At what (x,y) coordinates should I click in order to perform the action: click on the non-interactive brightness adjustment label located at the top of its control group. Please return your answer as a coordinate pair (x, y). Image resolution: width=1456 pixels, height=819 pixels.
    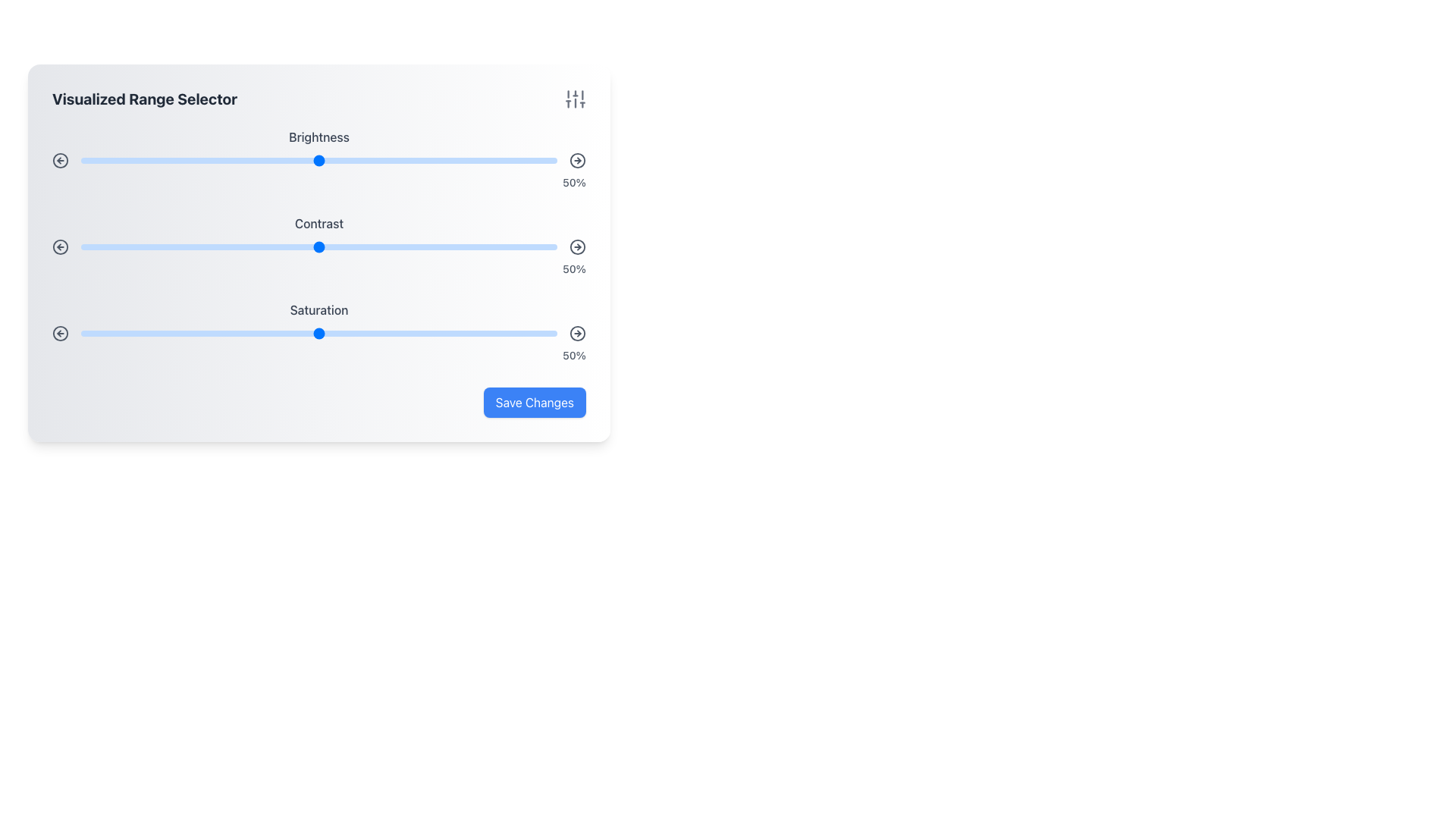
    Looking at the image, I should click on (318, 137).